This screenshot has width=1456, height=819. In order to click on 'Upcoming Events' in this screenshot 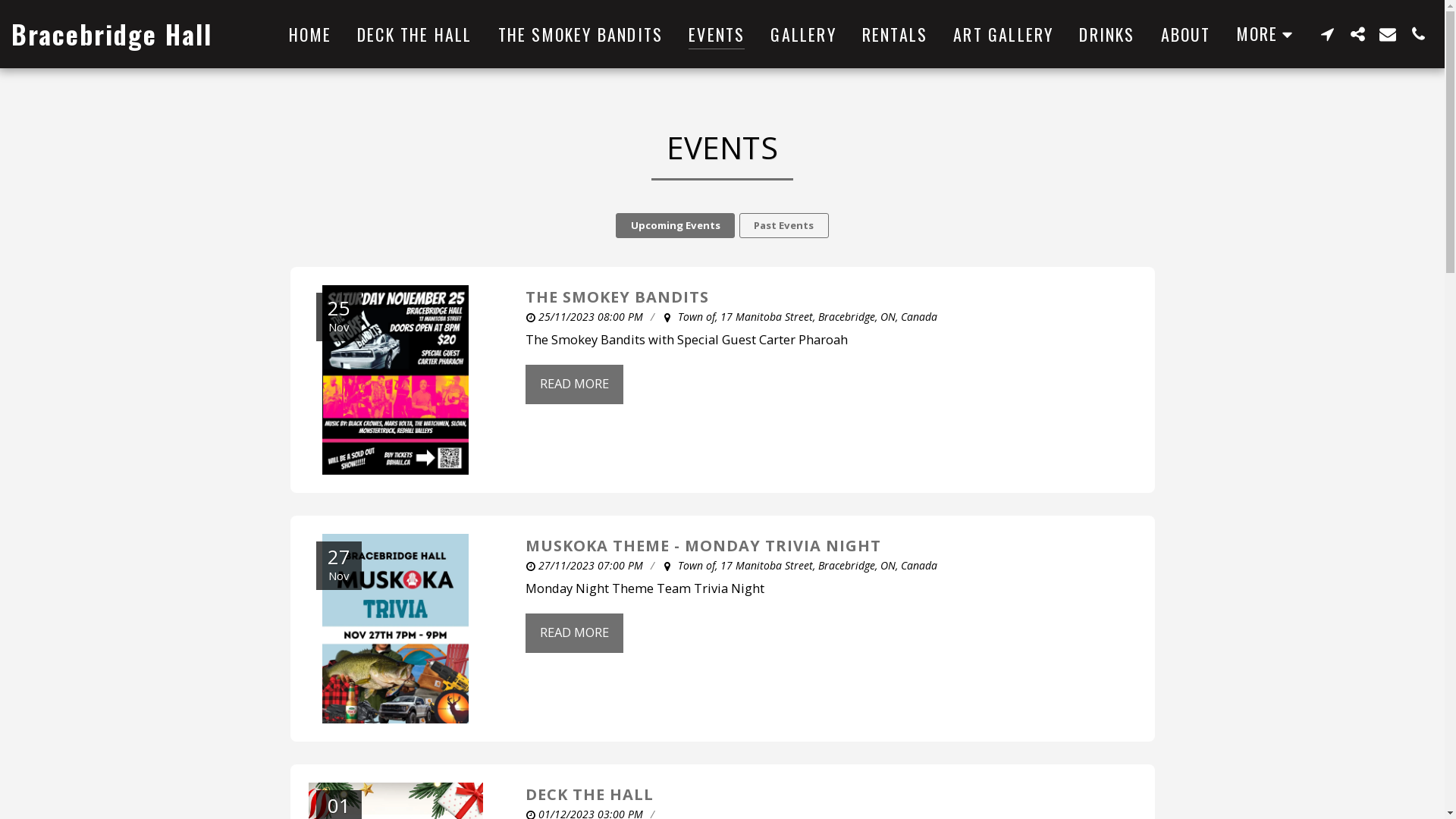, I will do `click(674, 225)`.